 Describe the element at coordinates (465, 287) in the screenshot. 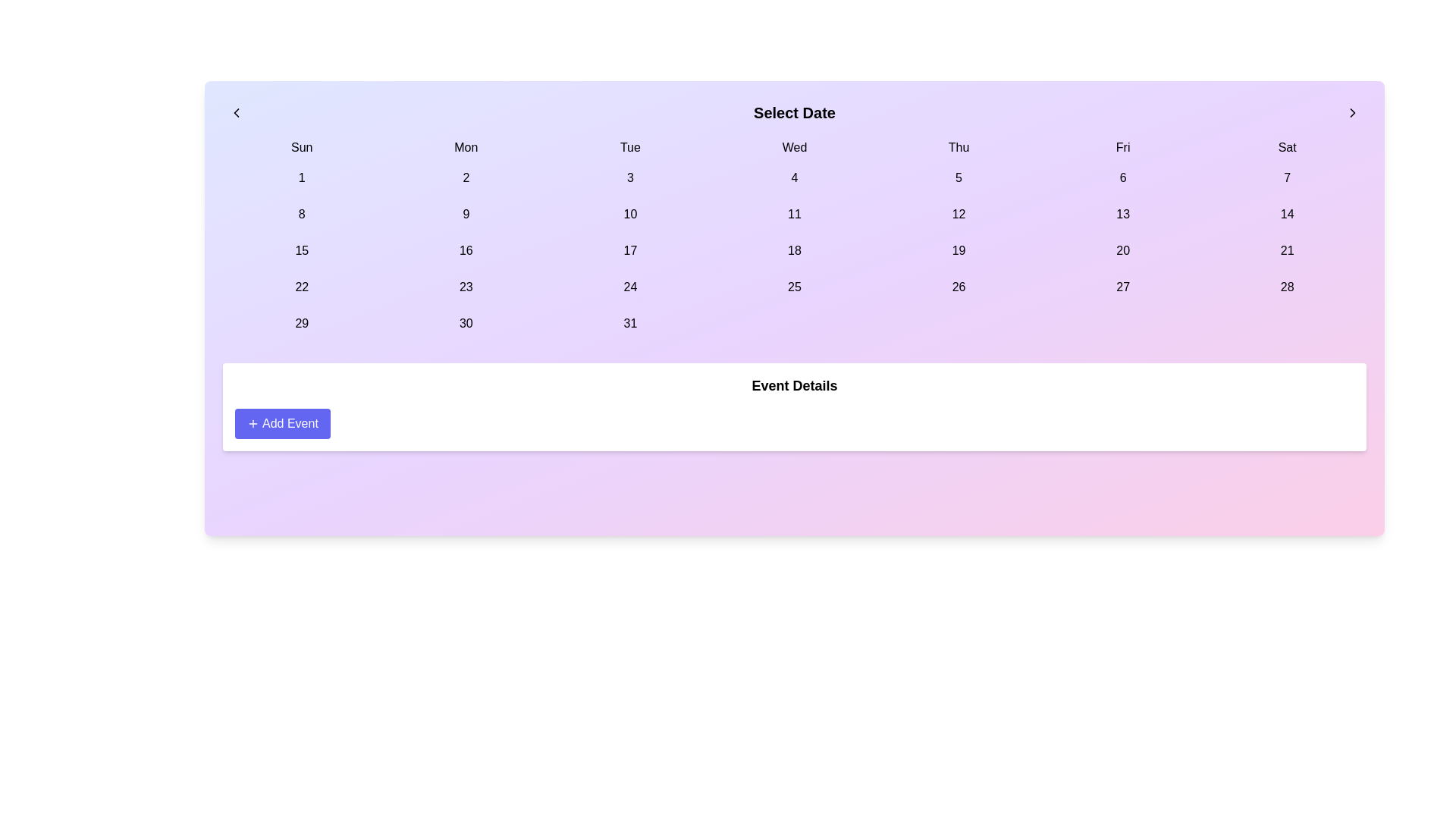

I see `the button representing the selectable day '23' in the calendar interface` at that location.